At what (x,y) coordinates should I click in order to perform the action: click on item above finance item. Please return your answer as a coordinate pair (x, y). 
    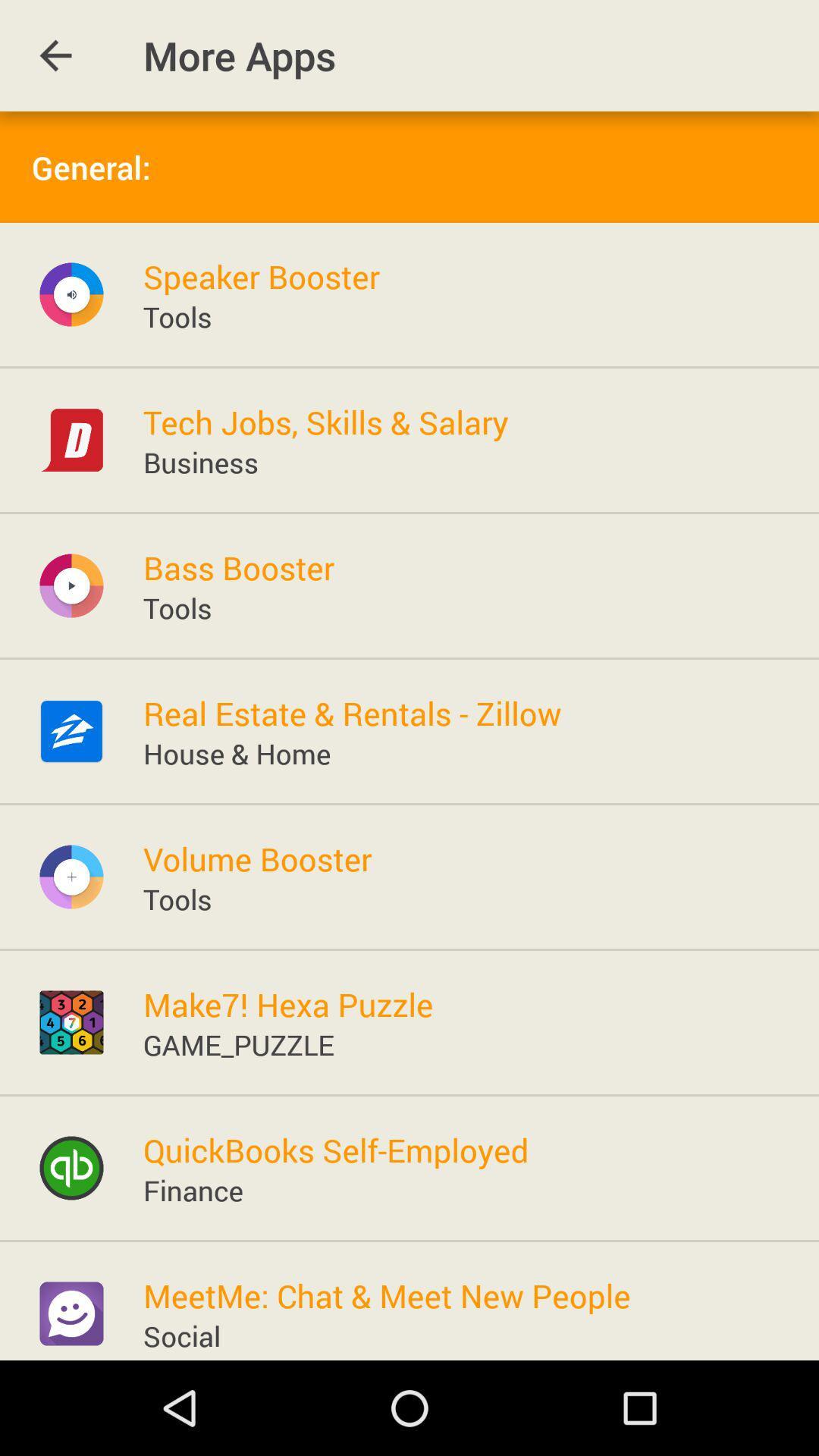
    Looking at the image, I should click on (335, 1150).